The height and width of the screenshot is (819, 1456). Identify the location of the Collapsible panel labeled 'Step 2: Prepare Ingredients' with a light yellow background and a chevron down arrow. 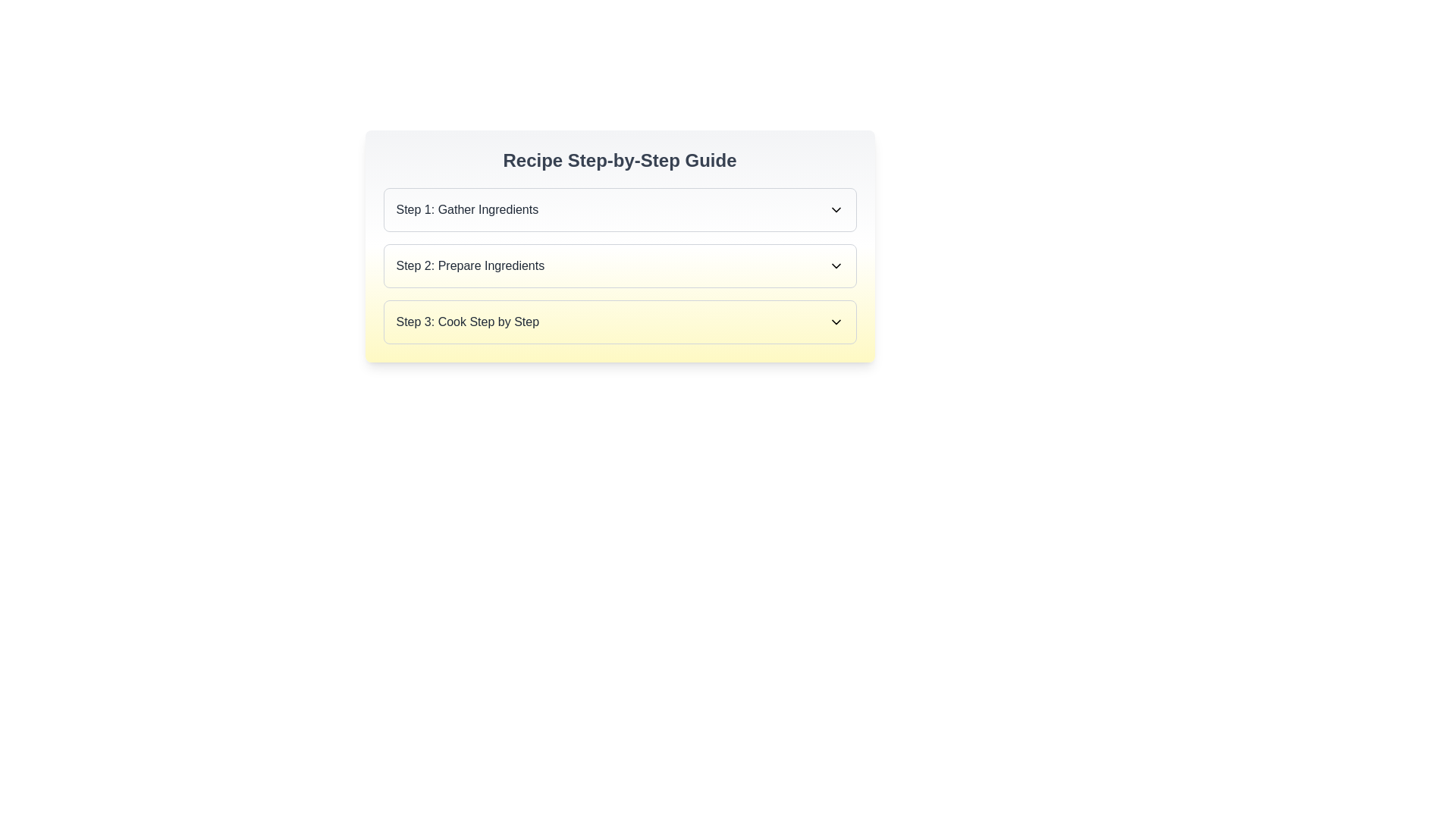
(620, 265).